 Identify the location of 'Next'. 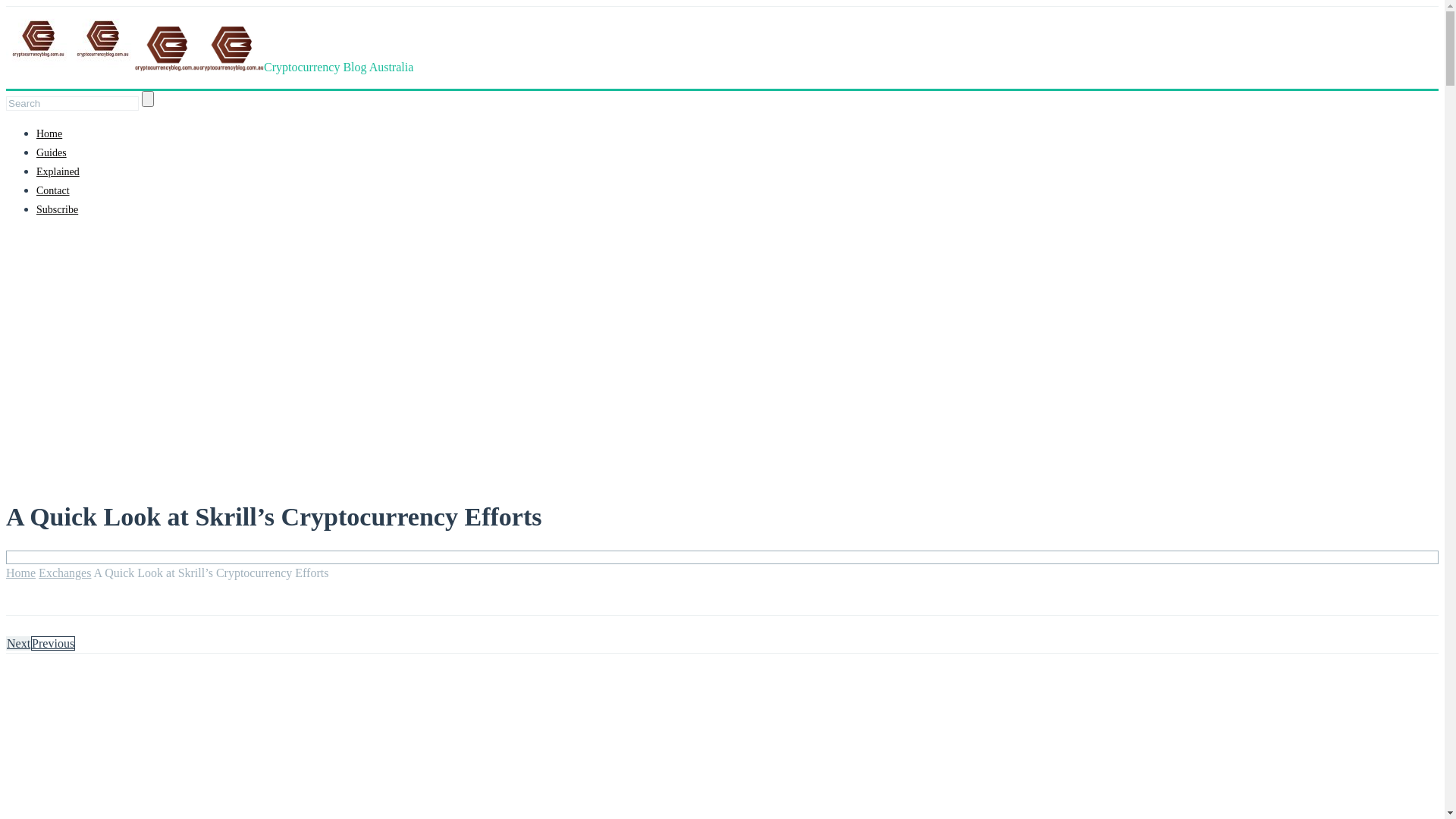
(6, 643).